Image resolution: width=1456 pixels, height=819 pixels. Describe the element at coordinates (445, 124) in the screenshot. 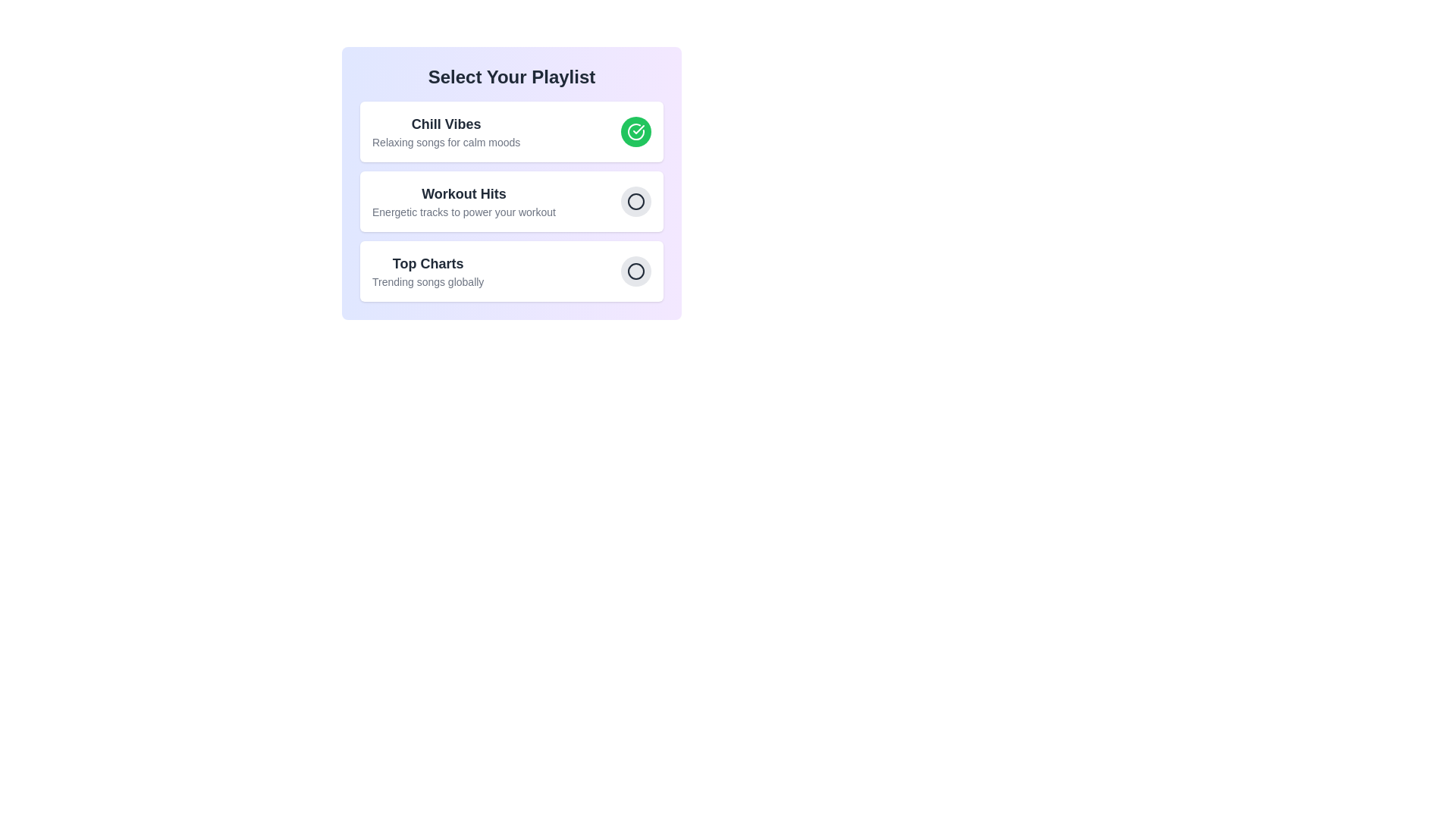

I see `the title text of the playlist Chill Vibes` at that location.